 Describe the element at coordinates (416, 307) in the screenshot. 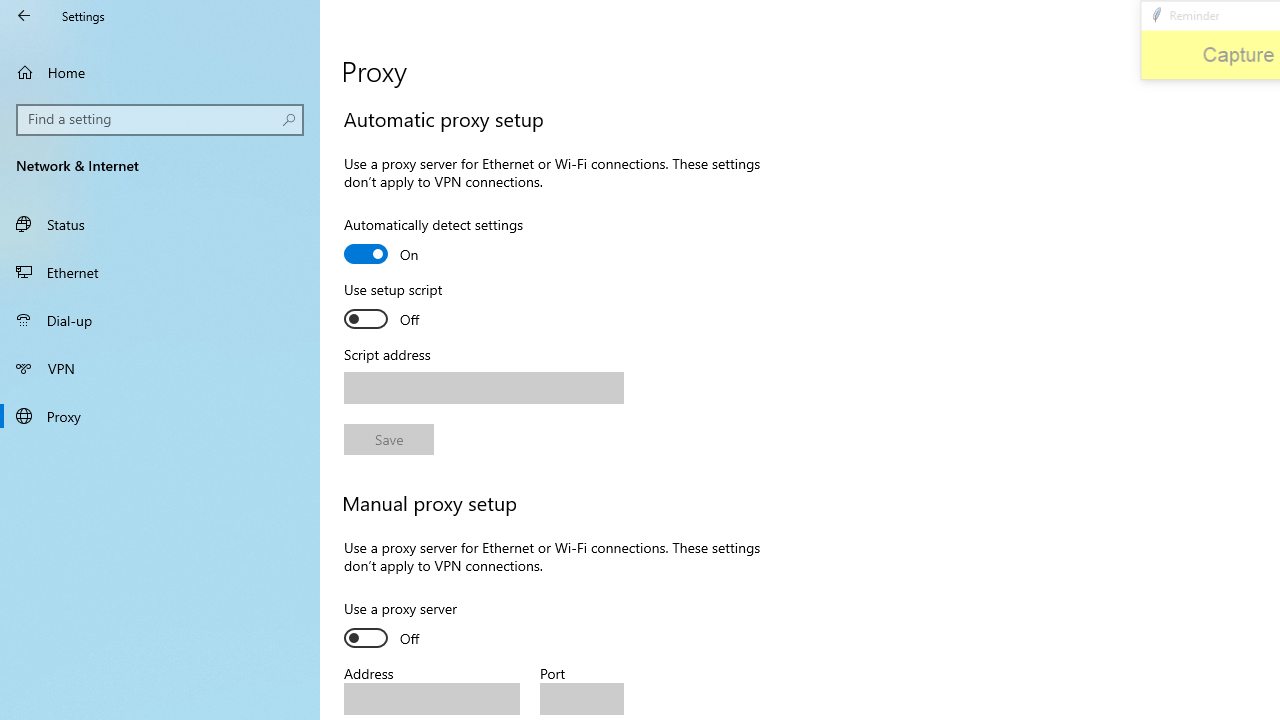

I see `'Use setup script'` at that location.